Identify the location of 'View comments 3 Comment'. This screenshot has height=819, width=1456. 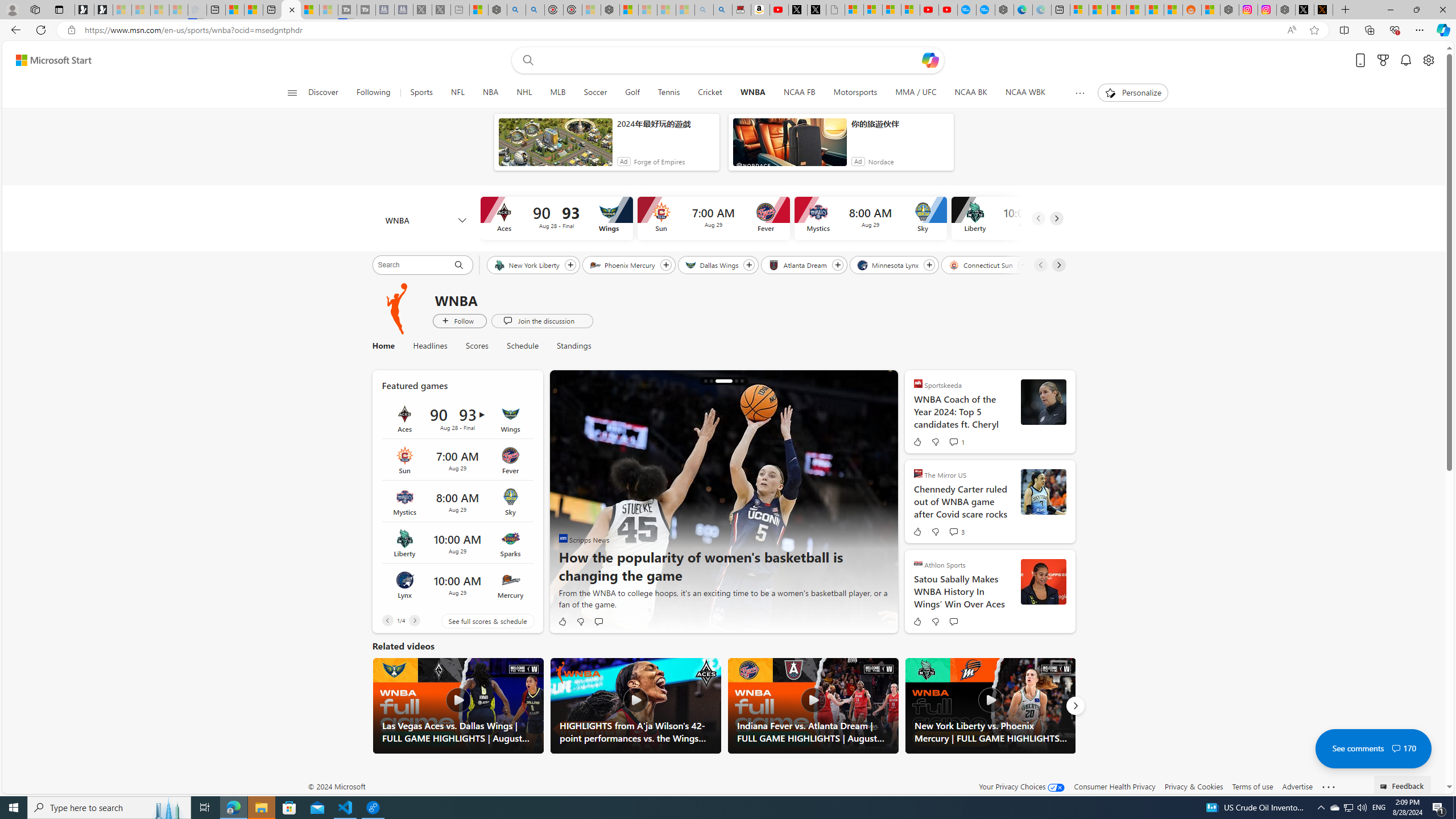
(953, 531).